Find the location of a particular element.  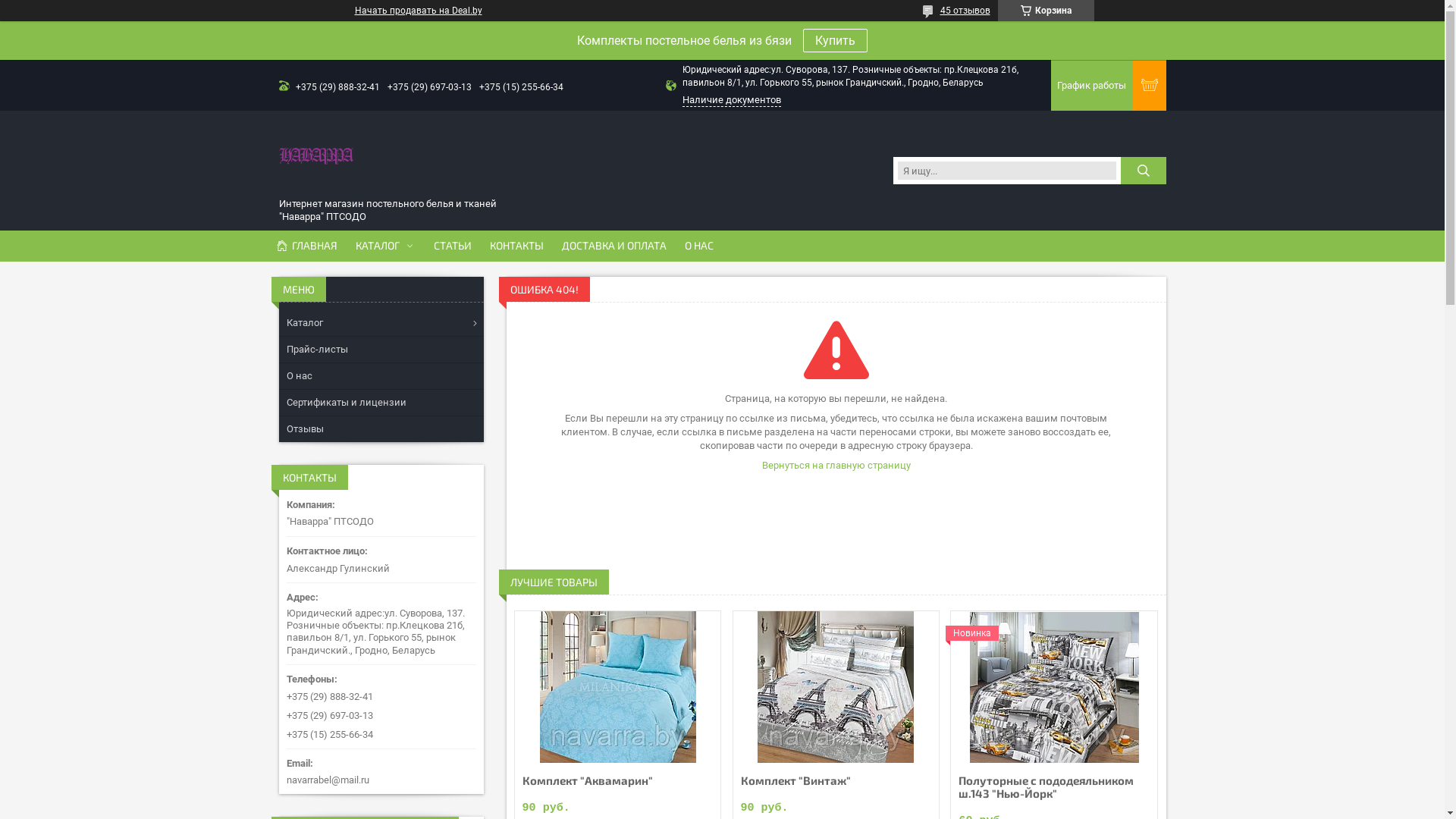

'navarrabel@mail.ru' is located at coordinates (381, 767).